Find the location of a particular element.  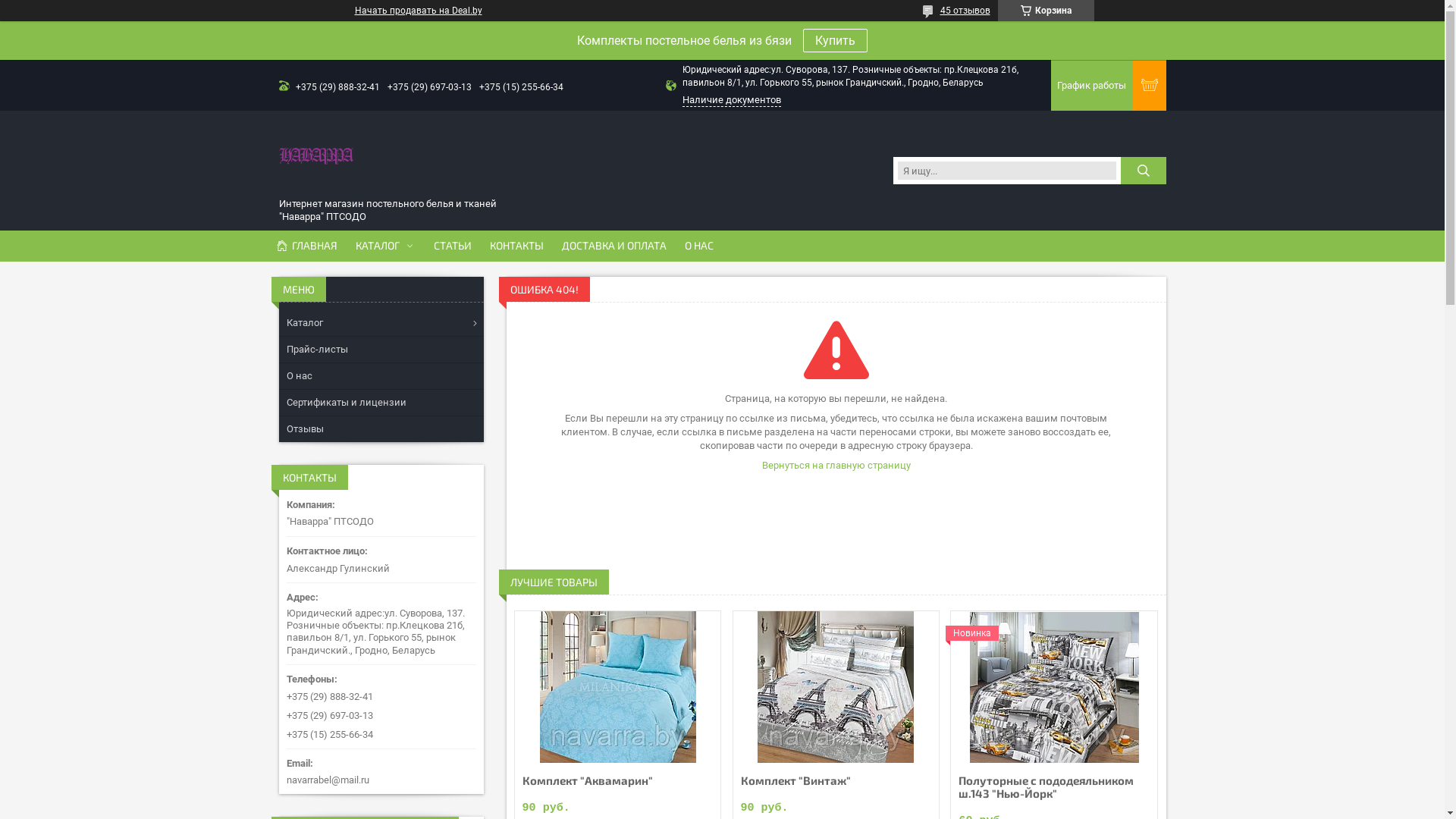

'navarrabel@mail.ru' is located at coordinates (381, 767).